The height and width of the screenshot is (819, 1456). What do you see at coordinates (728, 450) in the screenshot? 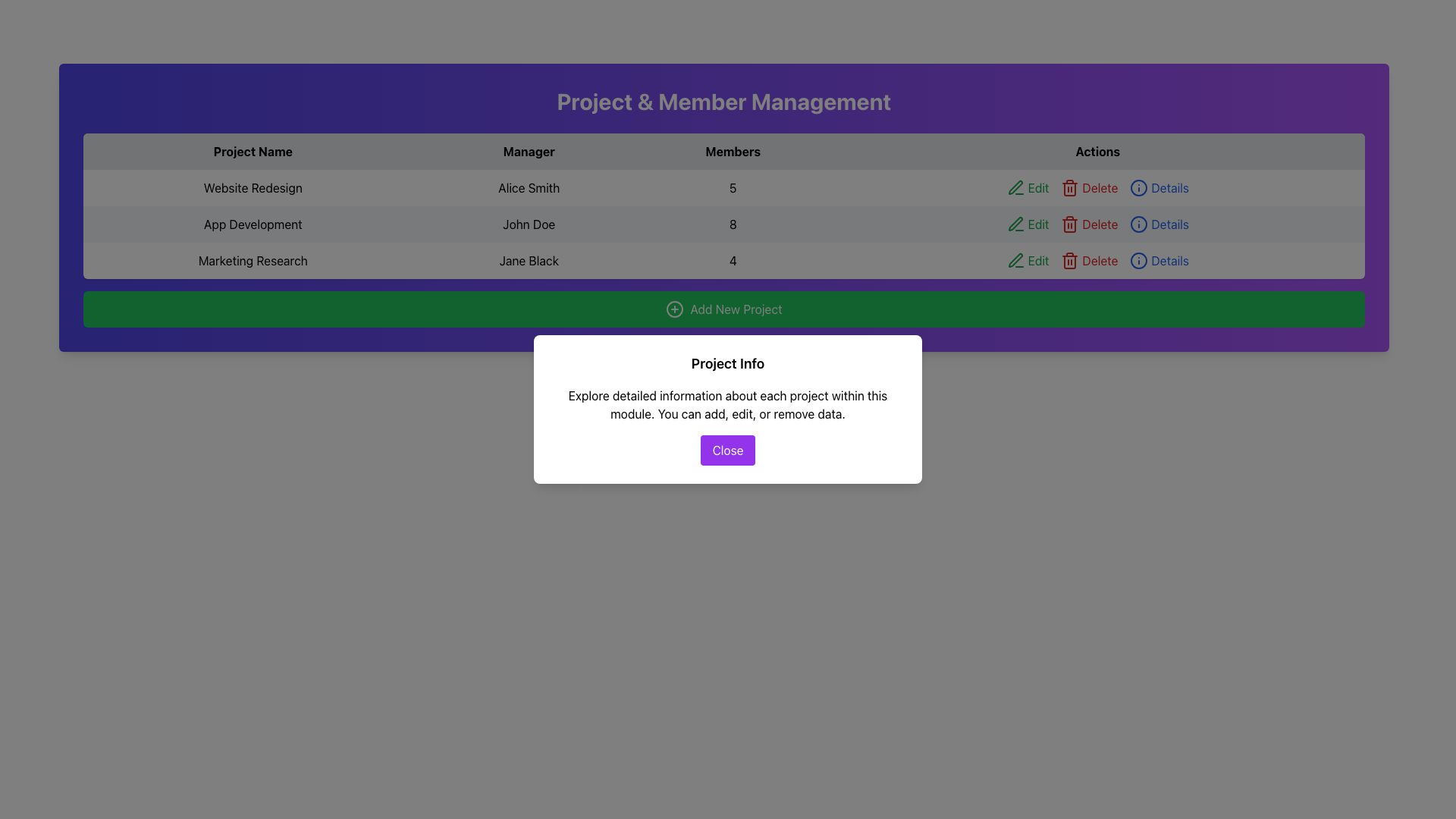
I see `the 'Close' button, which is a purple rectangular button with rounded corners containing white text, located at the bottom center of the modal dialog` at bounding box center [728, 450].